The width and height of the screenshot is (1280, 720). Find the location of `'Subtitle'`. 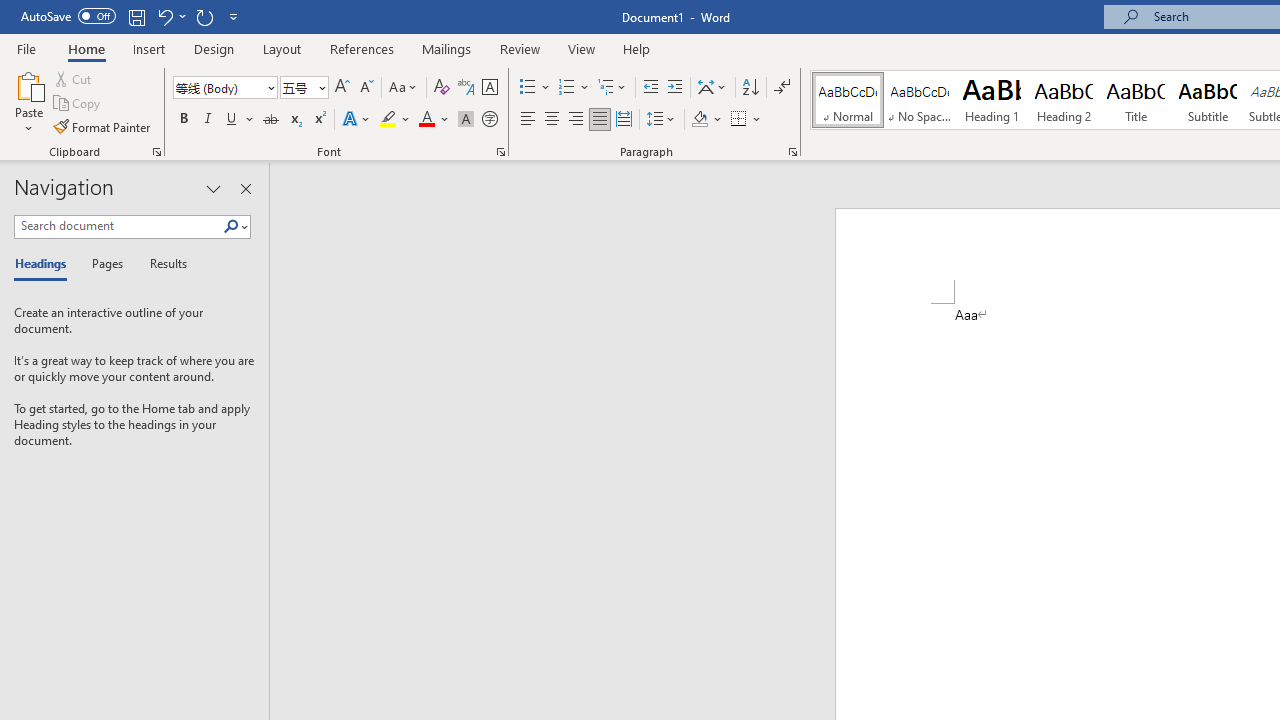

'Subtitle' is located at coordinates (1207, 100).